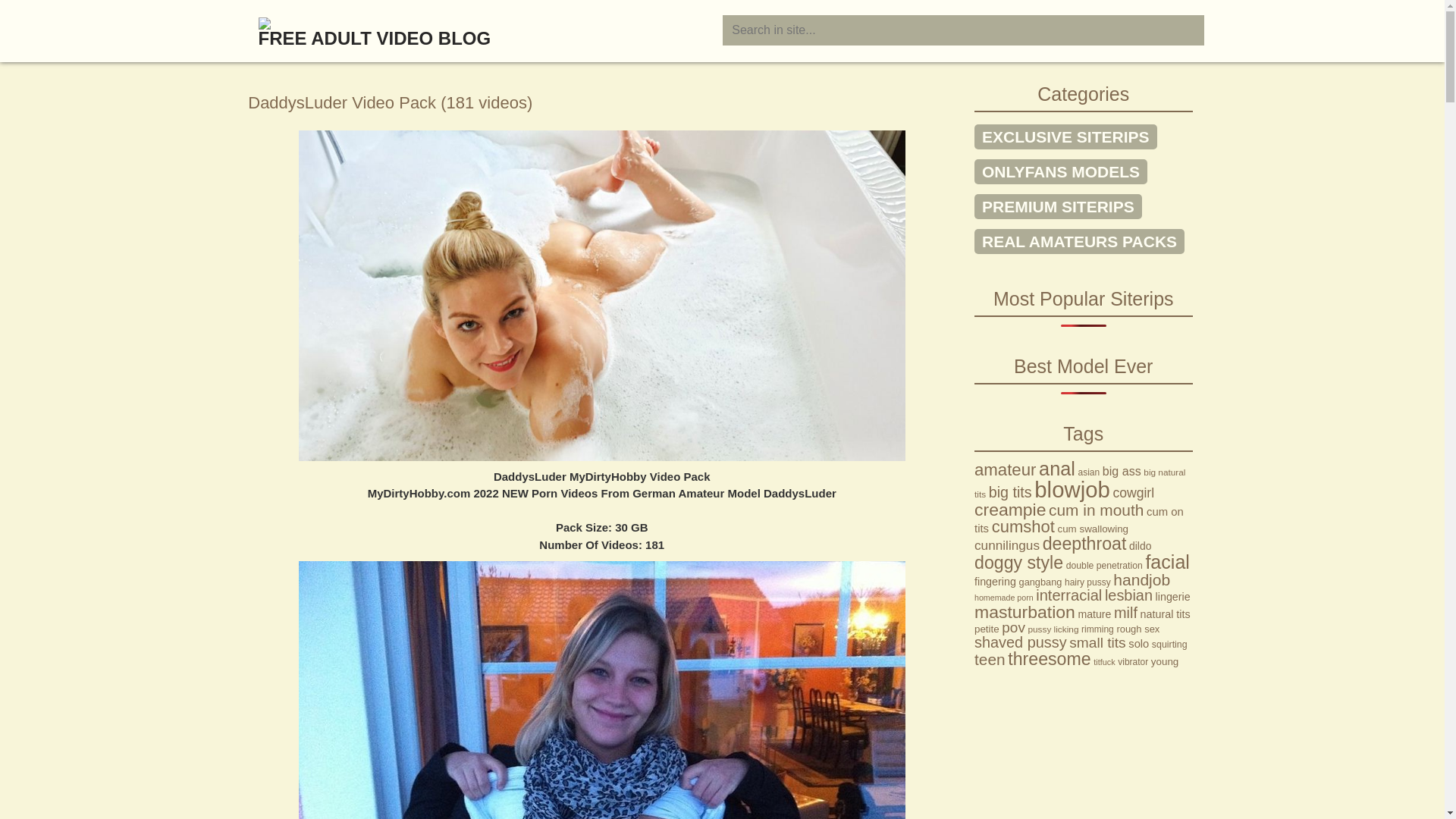  Describe the element at coordinates (1052, 629) in the screenshot. I see `'pussy licking'` at that location.